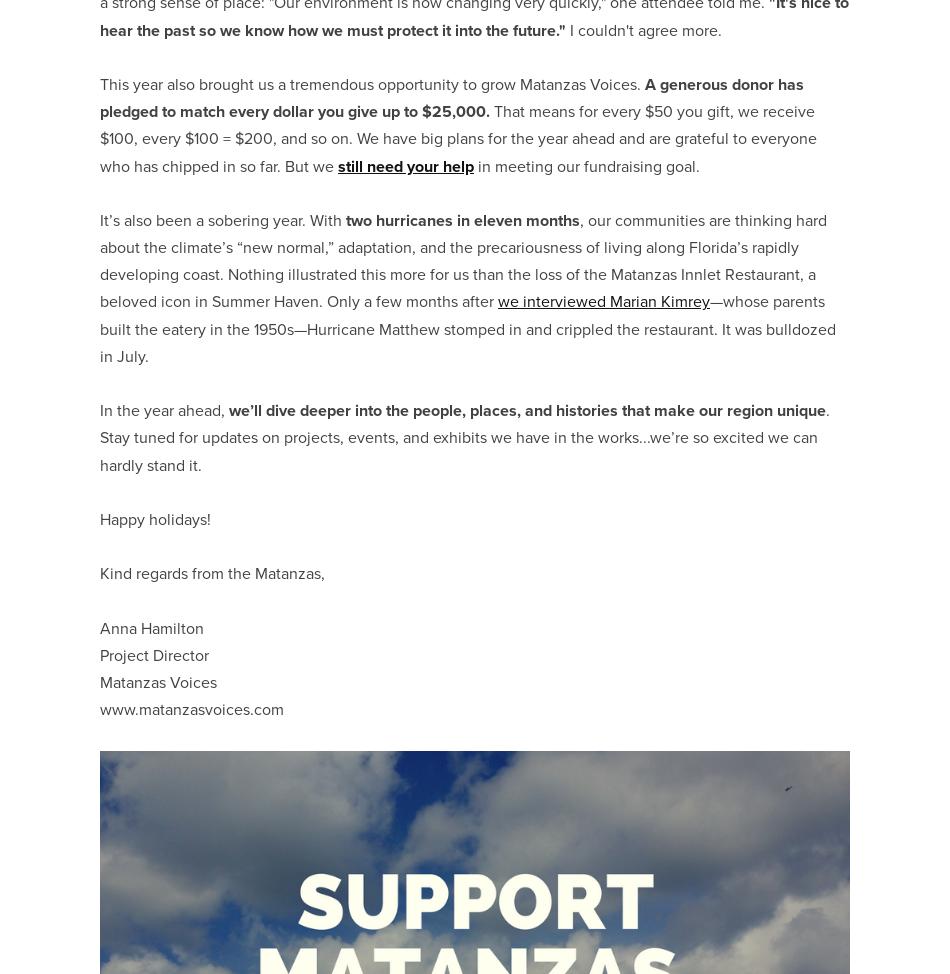 The image size is (950, 974). I want to click on 'we interviewed Marian Kimrey', so click(604, 300).